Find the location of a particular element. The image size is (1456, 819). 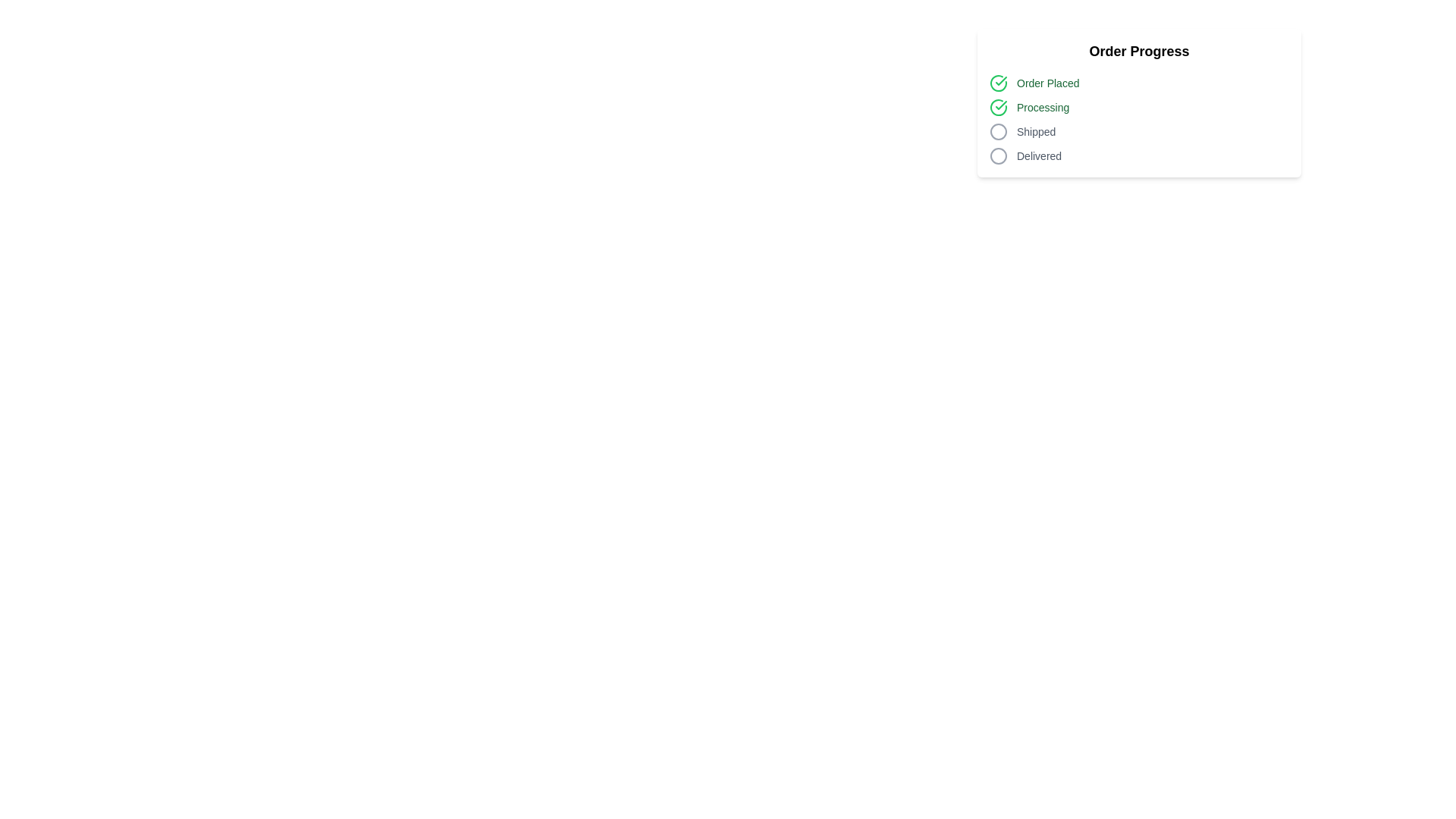

the 'Delivered' stage in the order progress tracker, which is the fourth item in the vertical list under the 'Order Progress' section is located at coordinates (1139, 155).